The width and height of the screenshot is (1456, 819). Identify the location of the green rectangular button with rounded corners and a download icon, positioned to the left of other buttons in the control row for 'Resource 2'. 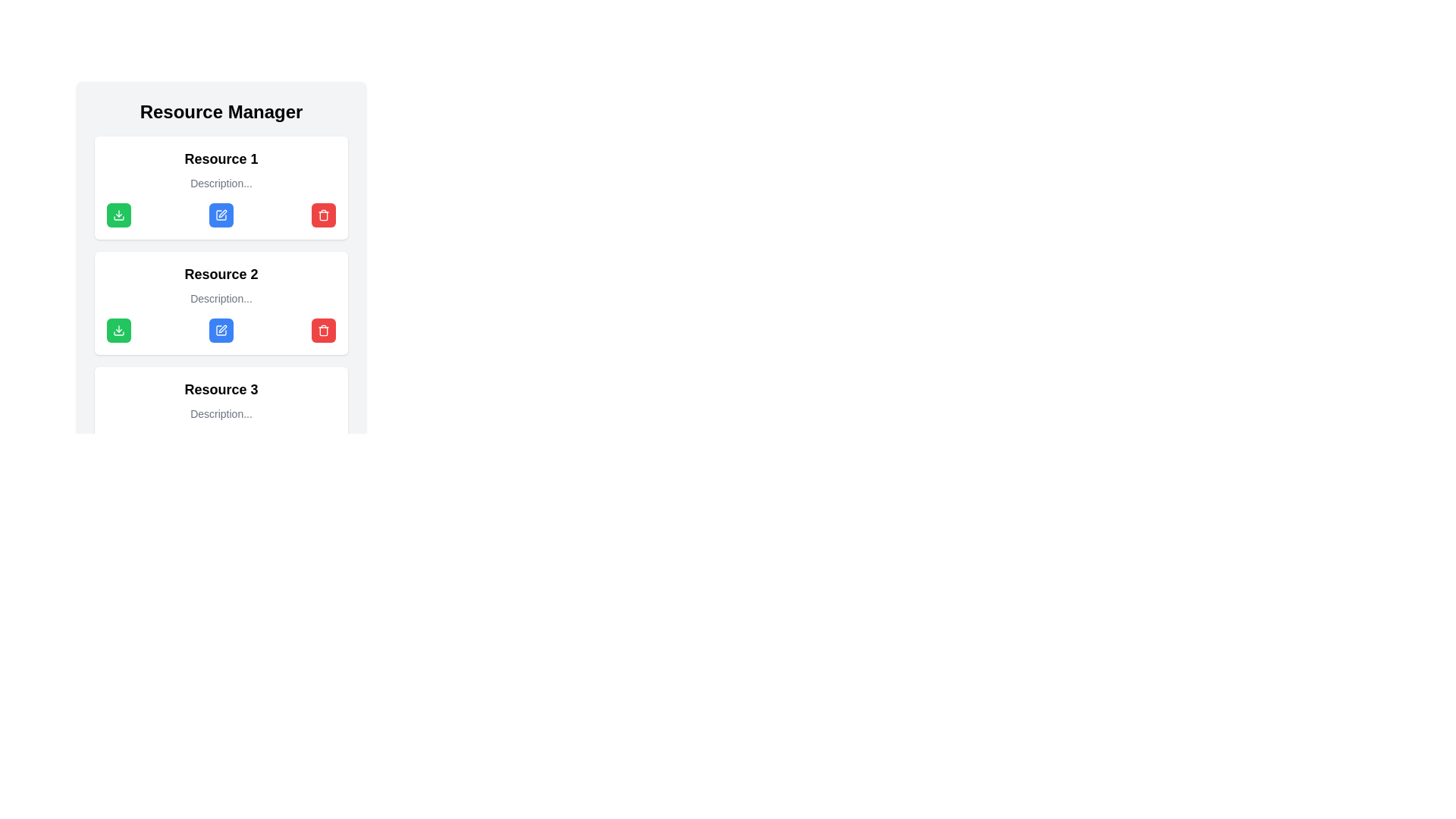
(118, 329).